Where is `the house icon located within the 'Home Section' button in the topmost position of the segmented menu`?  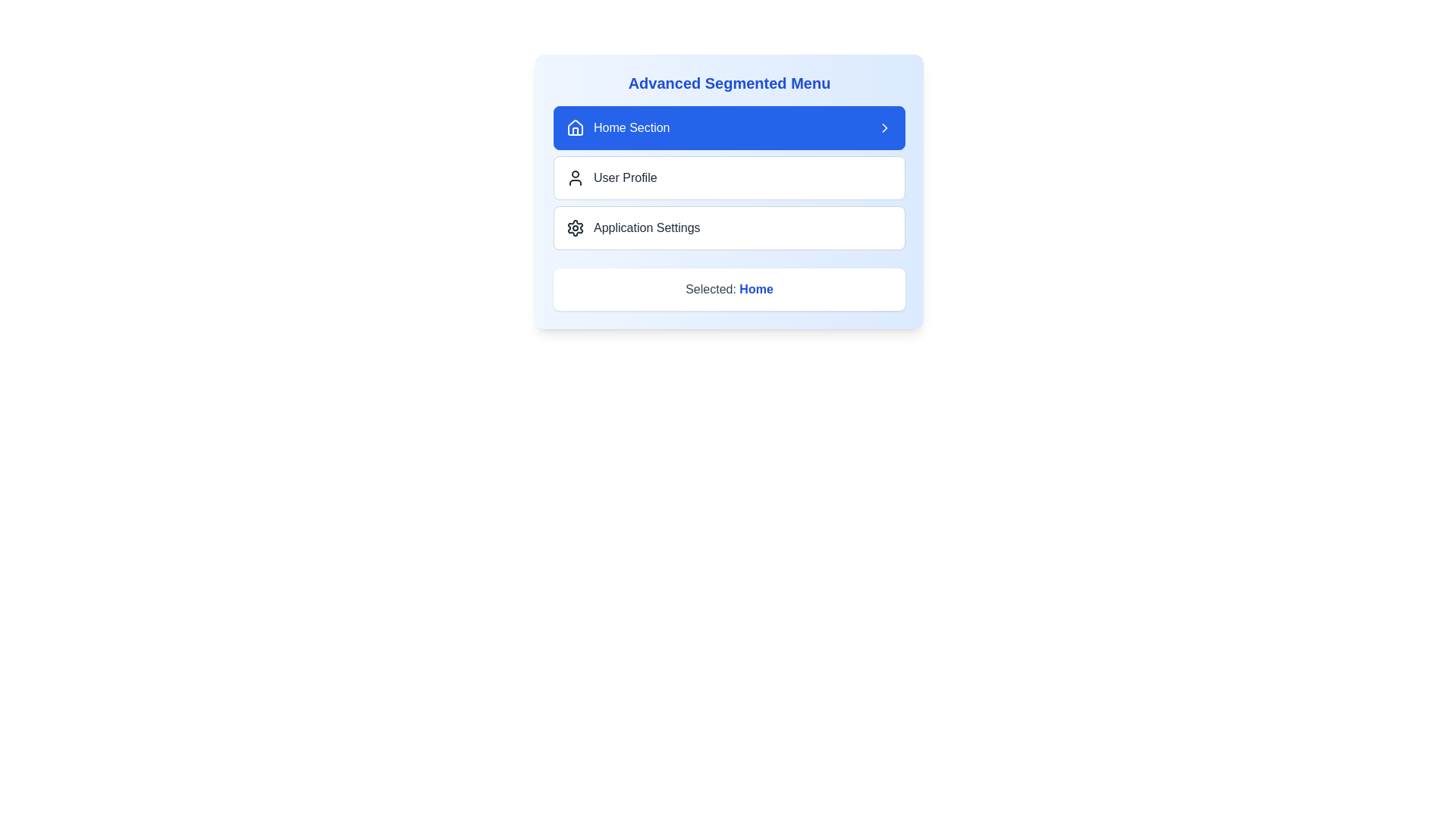
the house icon located within the 'Home Section' button in the topmost position of the segmented menu is located at coordinates (574, 127).